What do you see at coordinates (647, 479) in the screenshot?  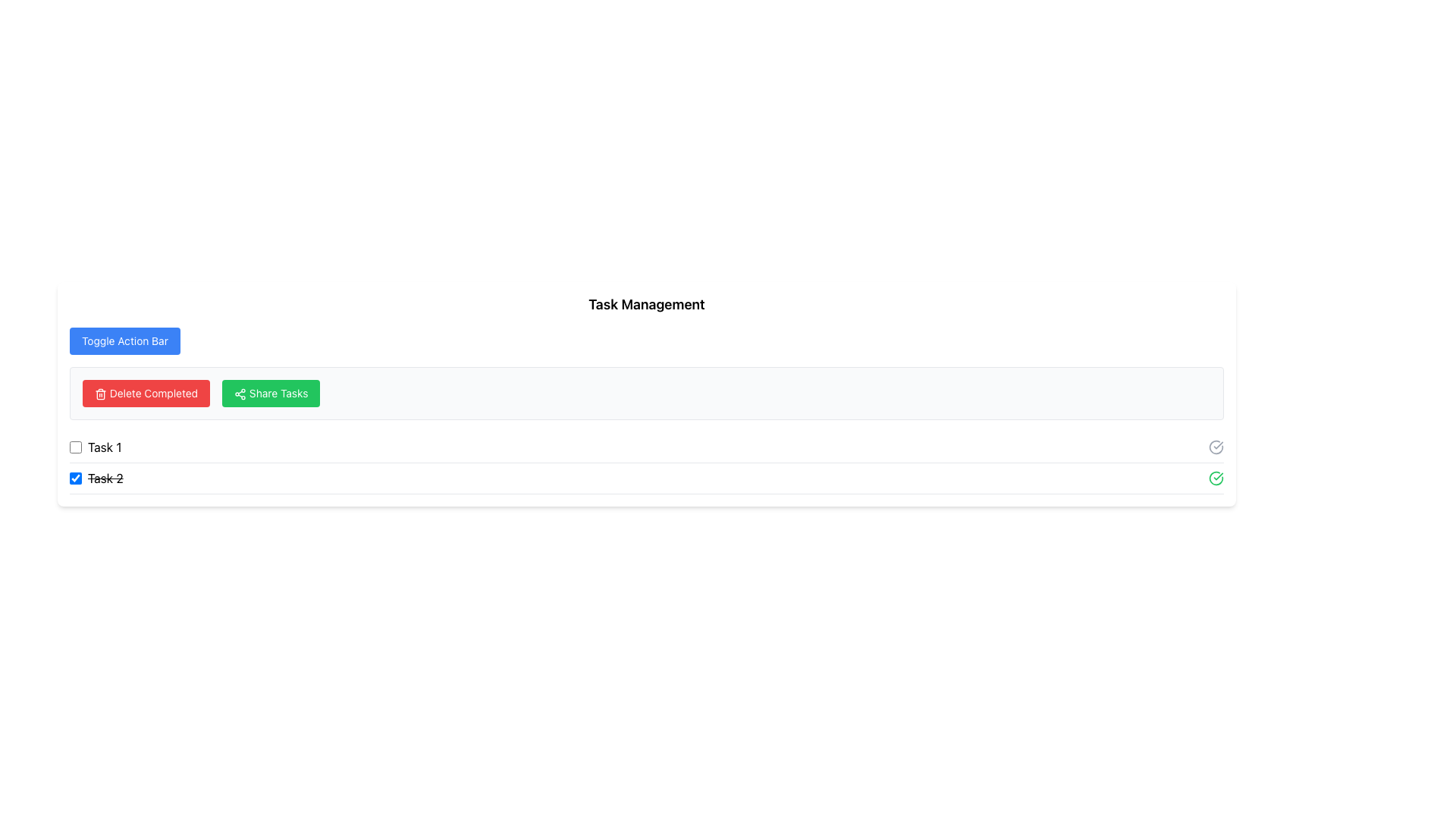 I see `the completed task item labeled 'Task 2'` at bounding box center [647, 479].